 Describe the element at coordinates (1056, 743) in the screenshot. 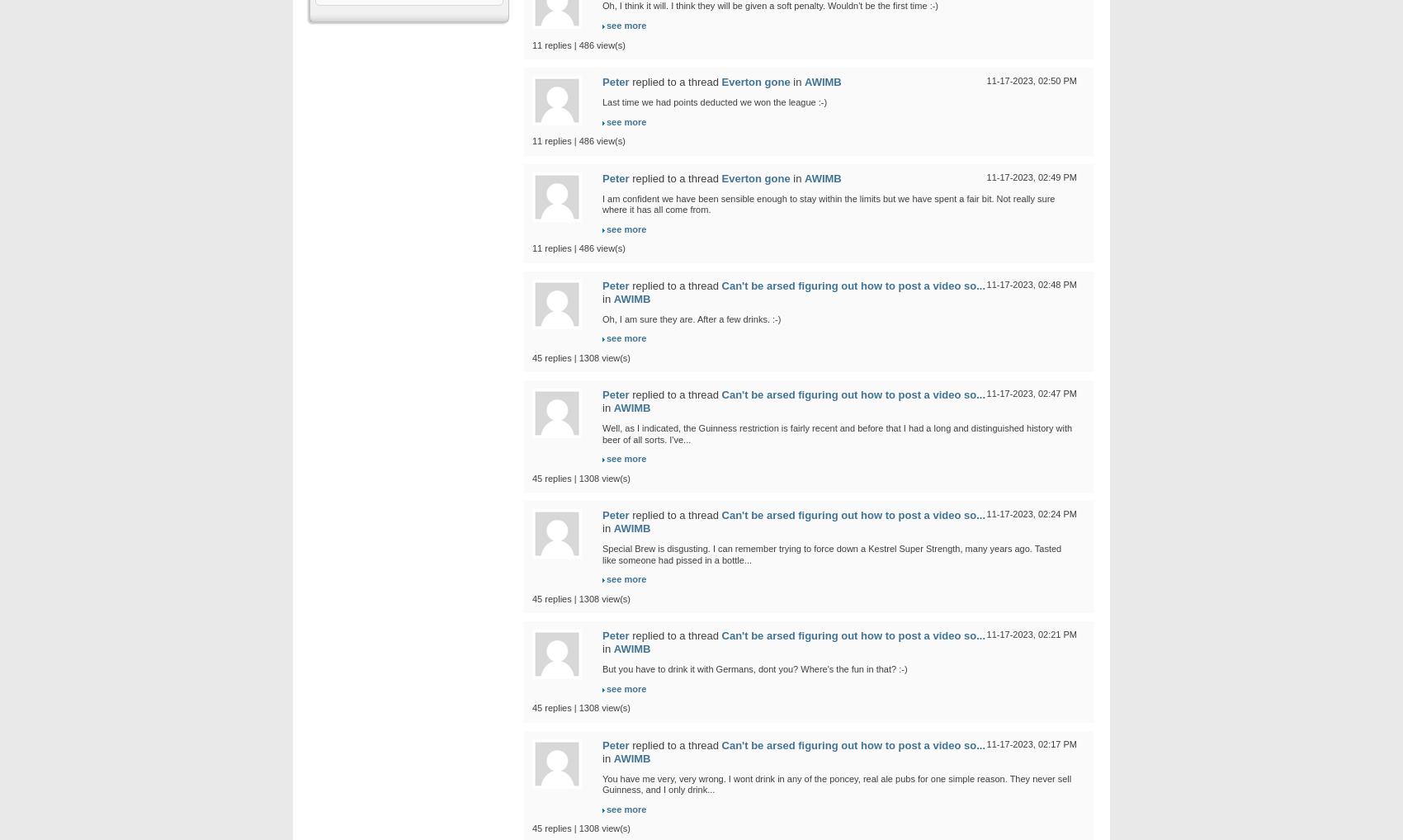

I see `'02:17 PM'` at that location.